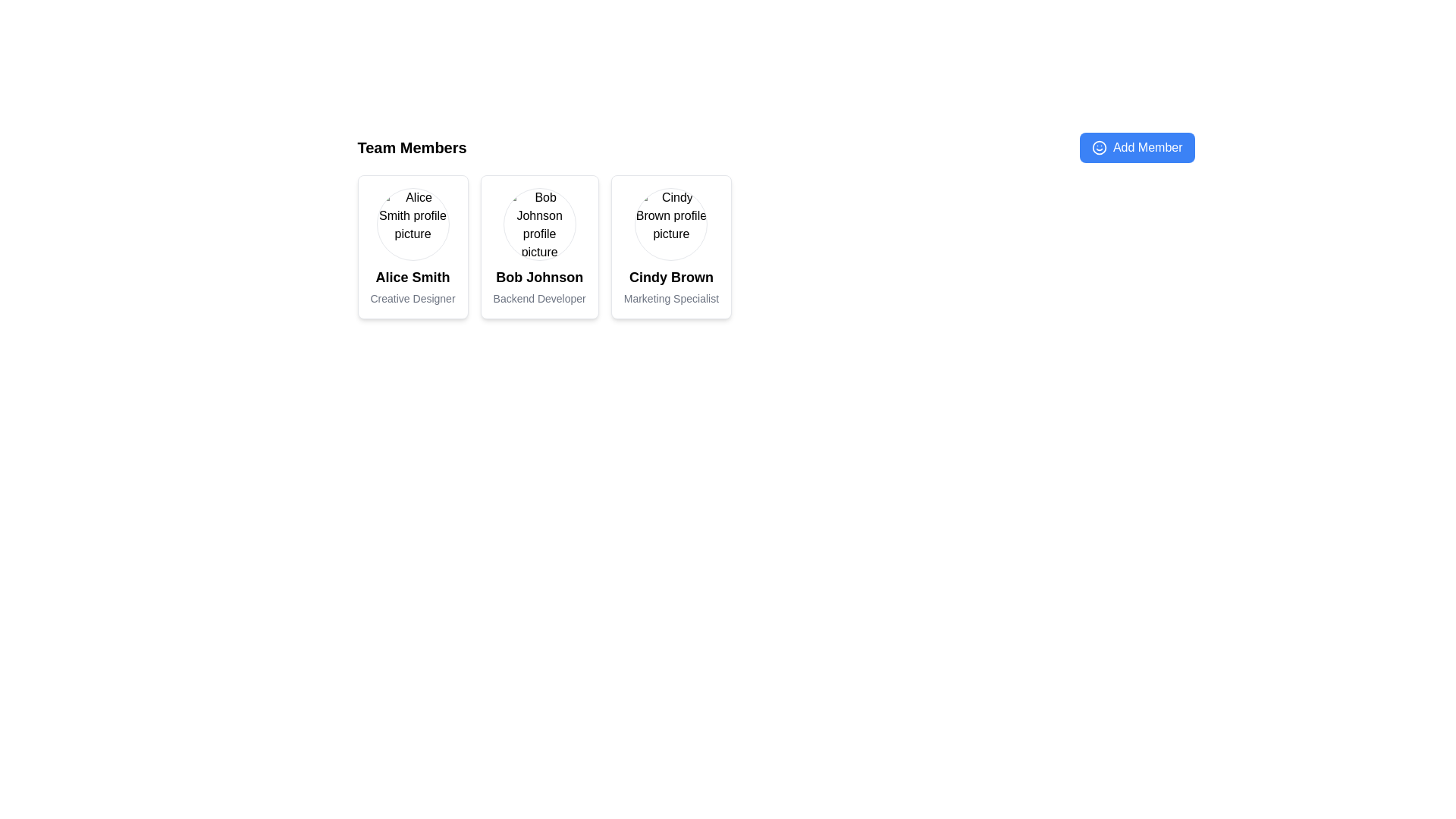 This screenshot has height=819, width=1456. I want to click on the smiling face icon located to the left of the 'Add Member' text within the blue button near the top-right area of the interface, so click(1099, 148).